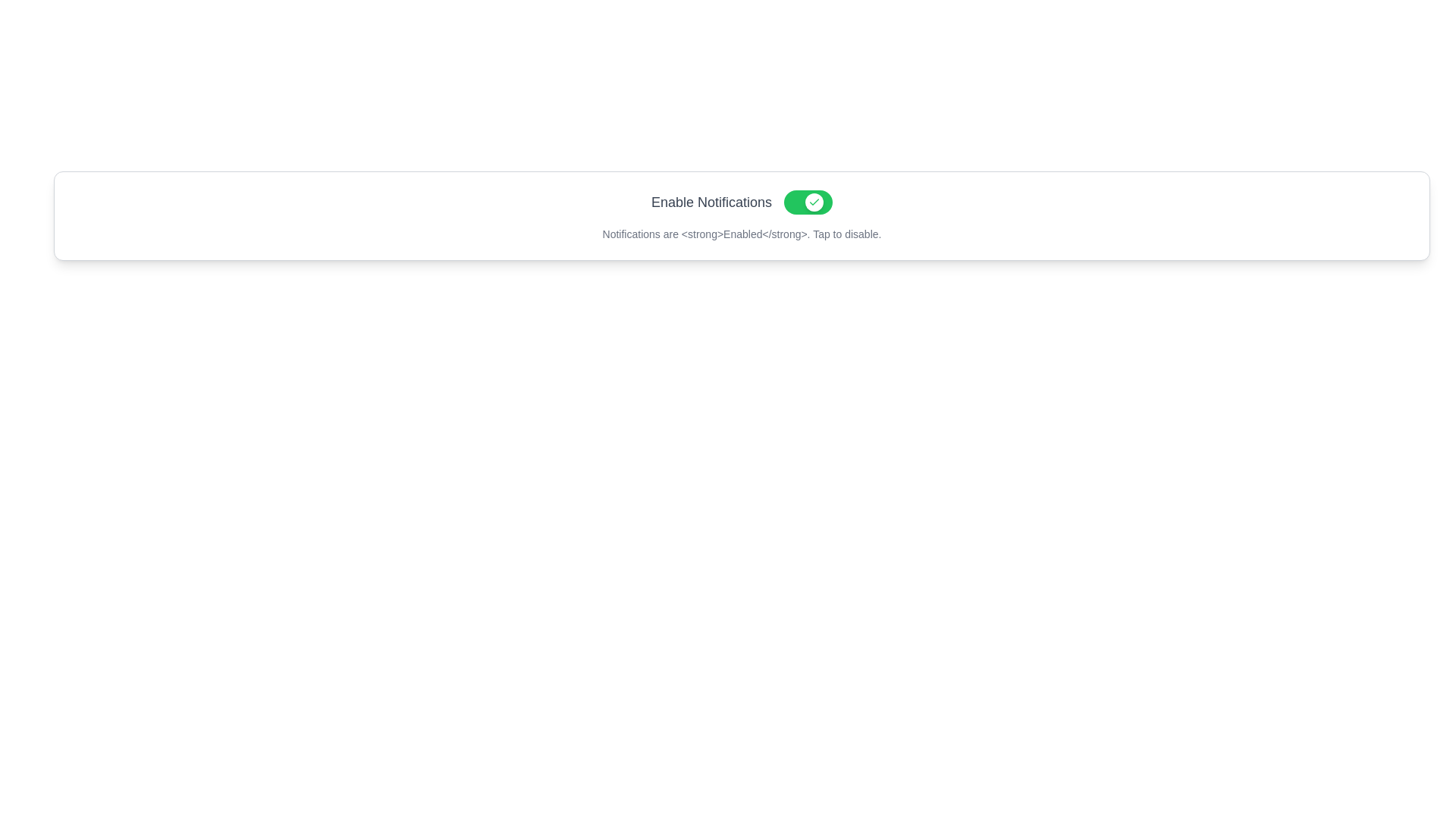 This screenshot has height=819, width=1456. I want to click on text block stating 'Notifications are Enabled. Tap to disable.' which is located below the toggle switch labeled 'Enable Notifications', so click(742, 234).